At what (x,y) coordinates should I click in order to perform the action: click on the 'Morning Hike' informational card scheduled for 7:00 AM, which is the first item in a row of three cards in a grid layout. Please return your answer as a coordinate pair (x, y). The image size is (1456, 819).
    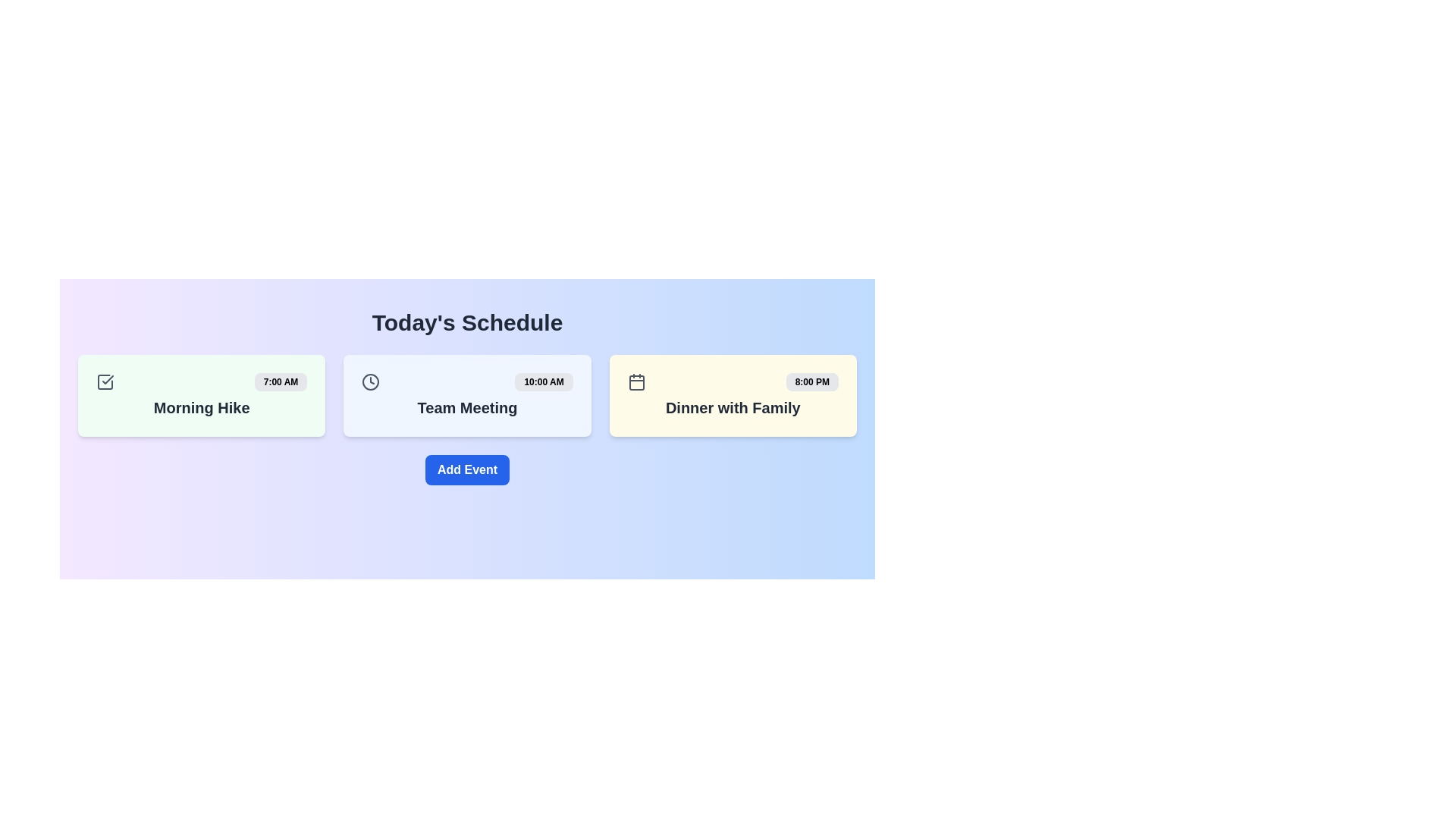
    Looking at the image, I should click on (201, 394).